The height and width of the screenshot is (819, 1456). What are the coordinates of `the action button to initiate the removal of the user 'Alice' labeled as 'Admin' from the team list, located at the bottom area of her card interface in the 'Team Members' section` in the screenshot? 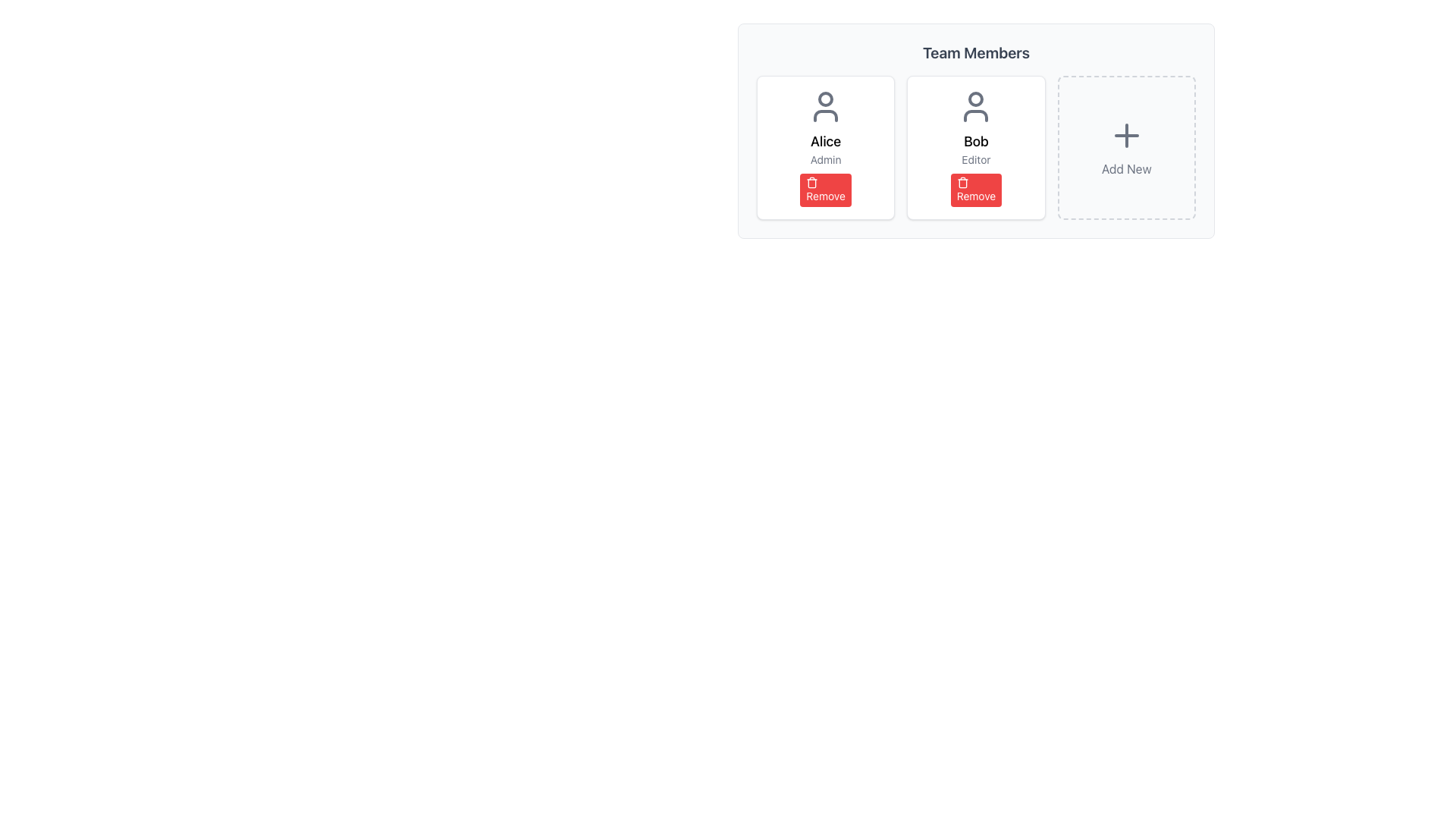 It's located at (825, 189).